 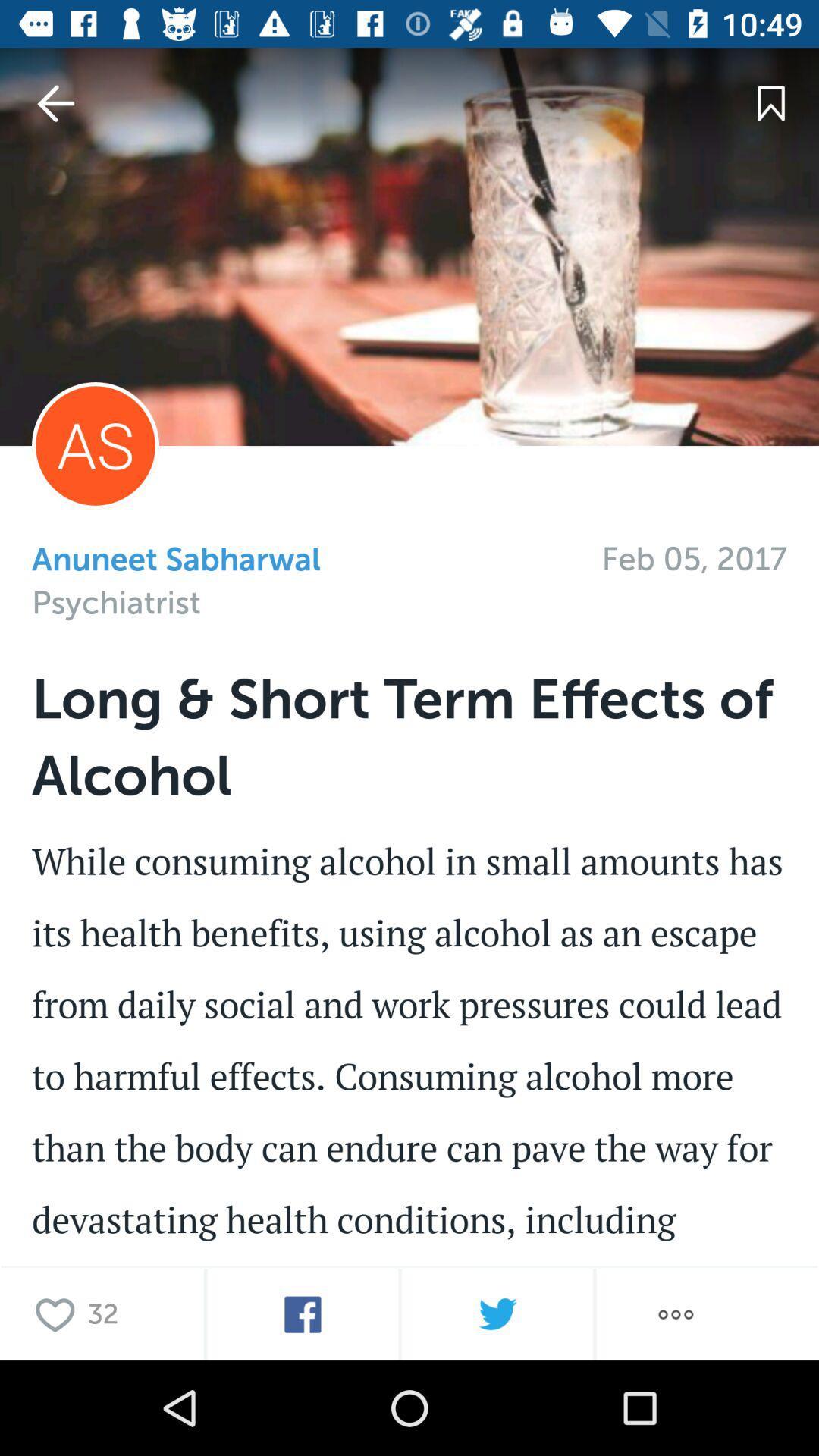 I want to click on the last button at bottom right corner, so click(x=675, y=1313).